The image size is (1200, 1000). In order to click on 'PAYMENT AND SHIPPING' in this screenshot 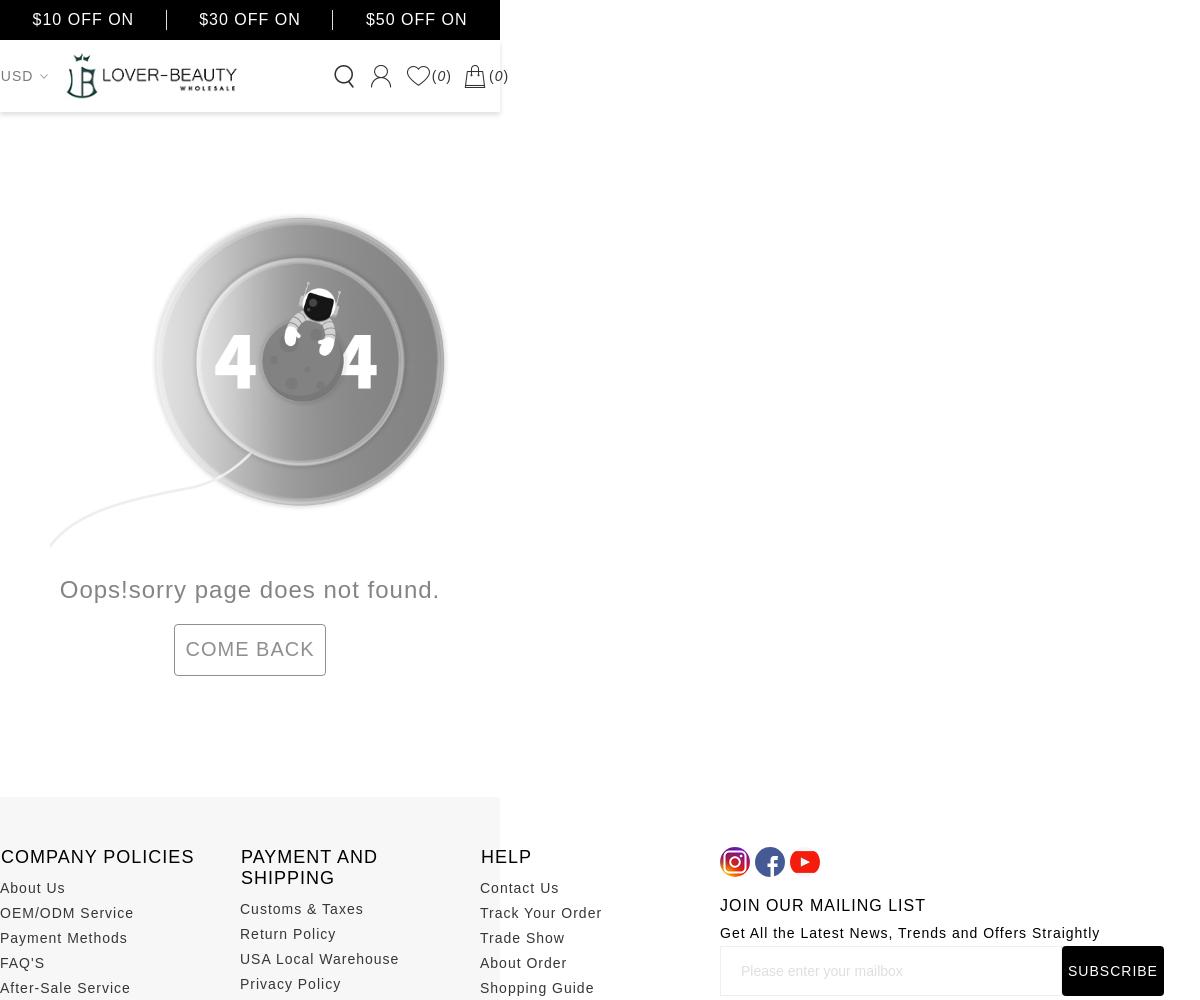, I will do `click(309, 865)`.